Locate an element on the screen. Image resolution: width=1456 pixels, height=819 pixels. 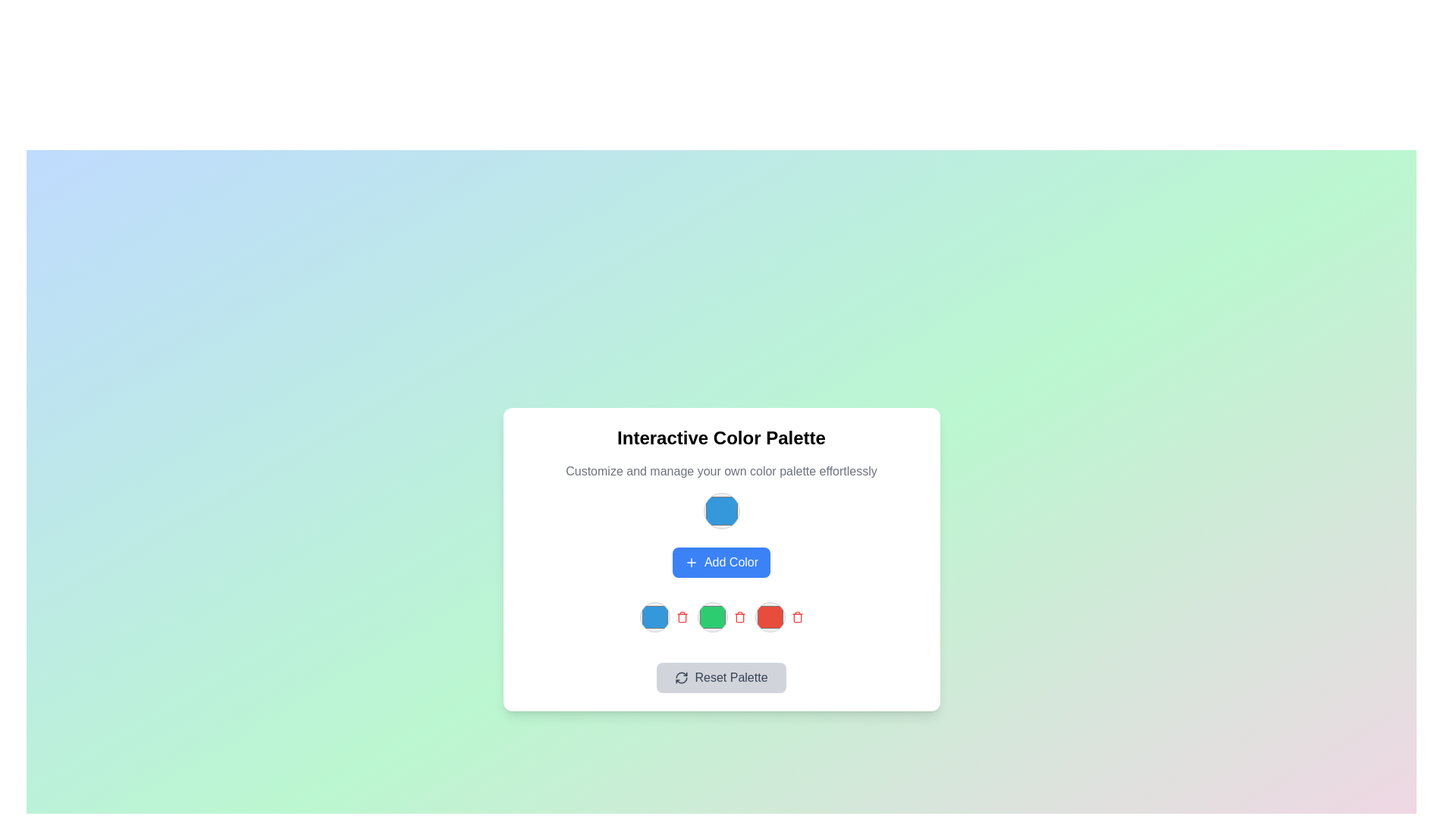
the circular green button with a bordered design, positioned as the second item in a group of three buttons is located at coordinates (711, 617).